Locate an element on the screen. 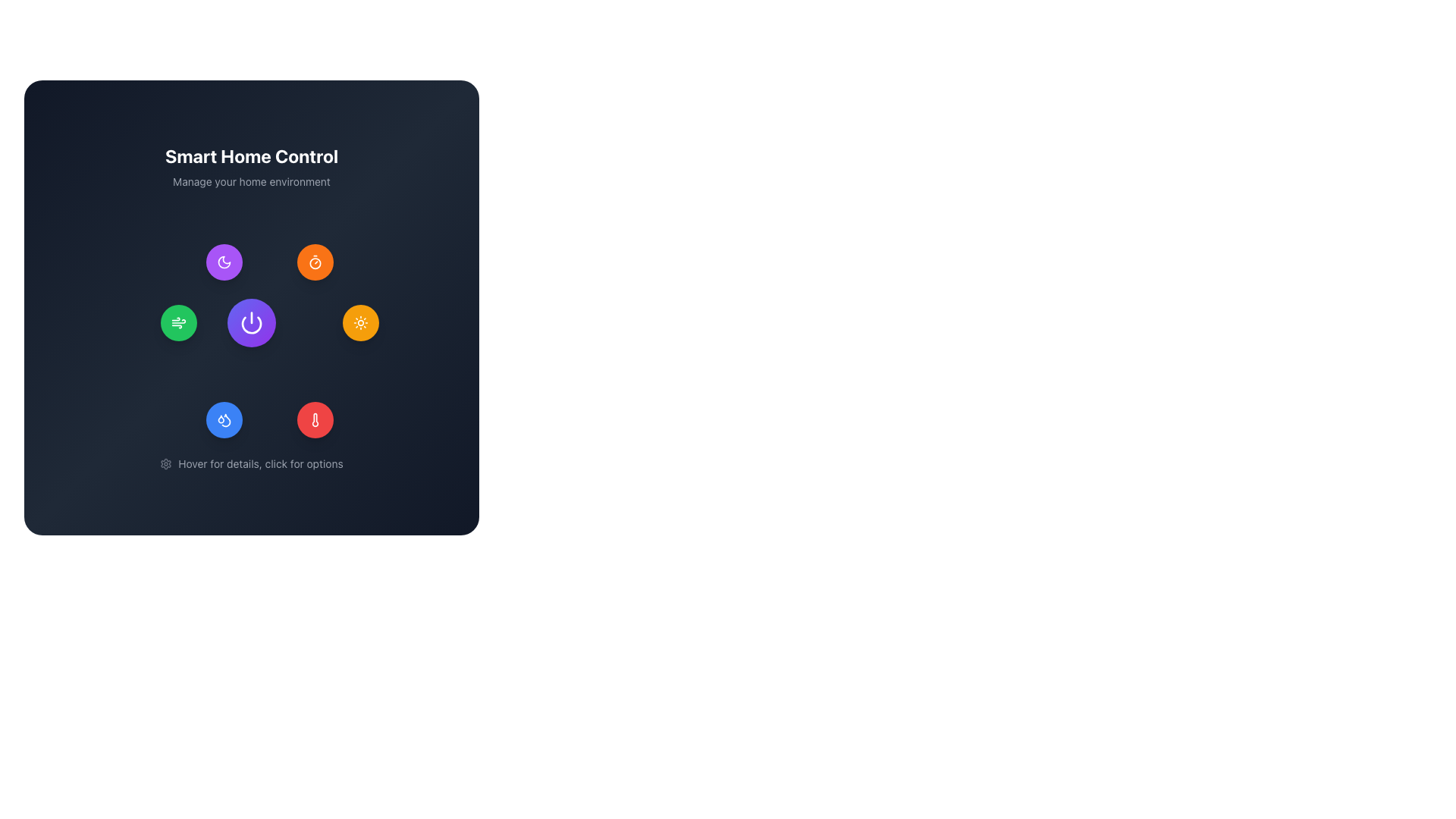  the third icon in the circular arrangement of smart home controls is located at coordinates (359, 322).